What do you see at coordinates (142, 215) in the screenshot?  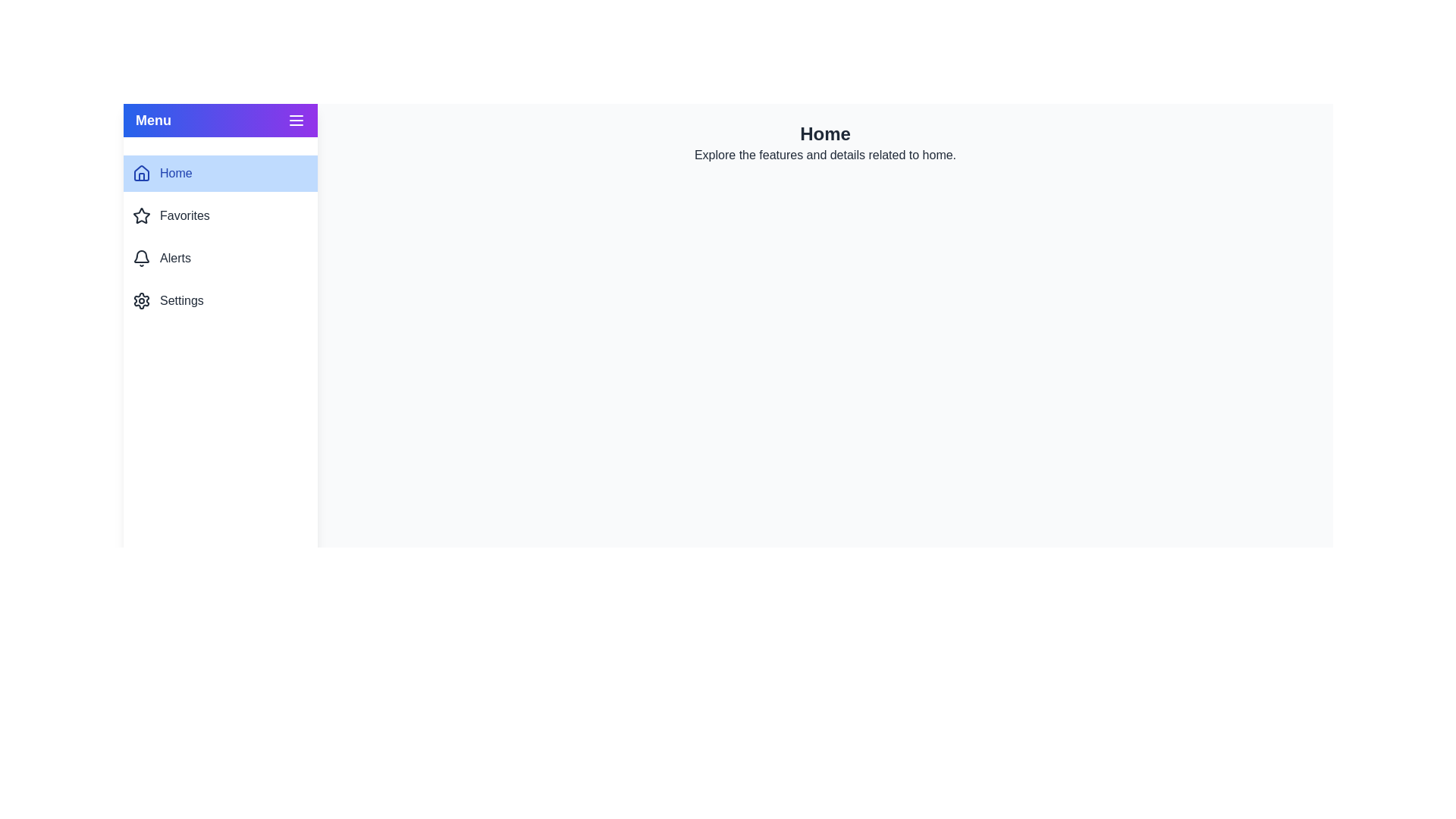 I see `the star-shaped icon located in the navigation menu to the left of the word 'Favorites'` at bounding box center [142, 215].